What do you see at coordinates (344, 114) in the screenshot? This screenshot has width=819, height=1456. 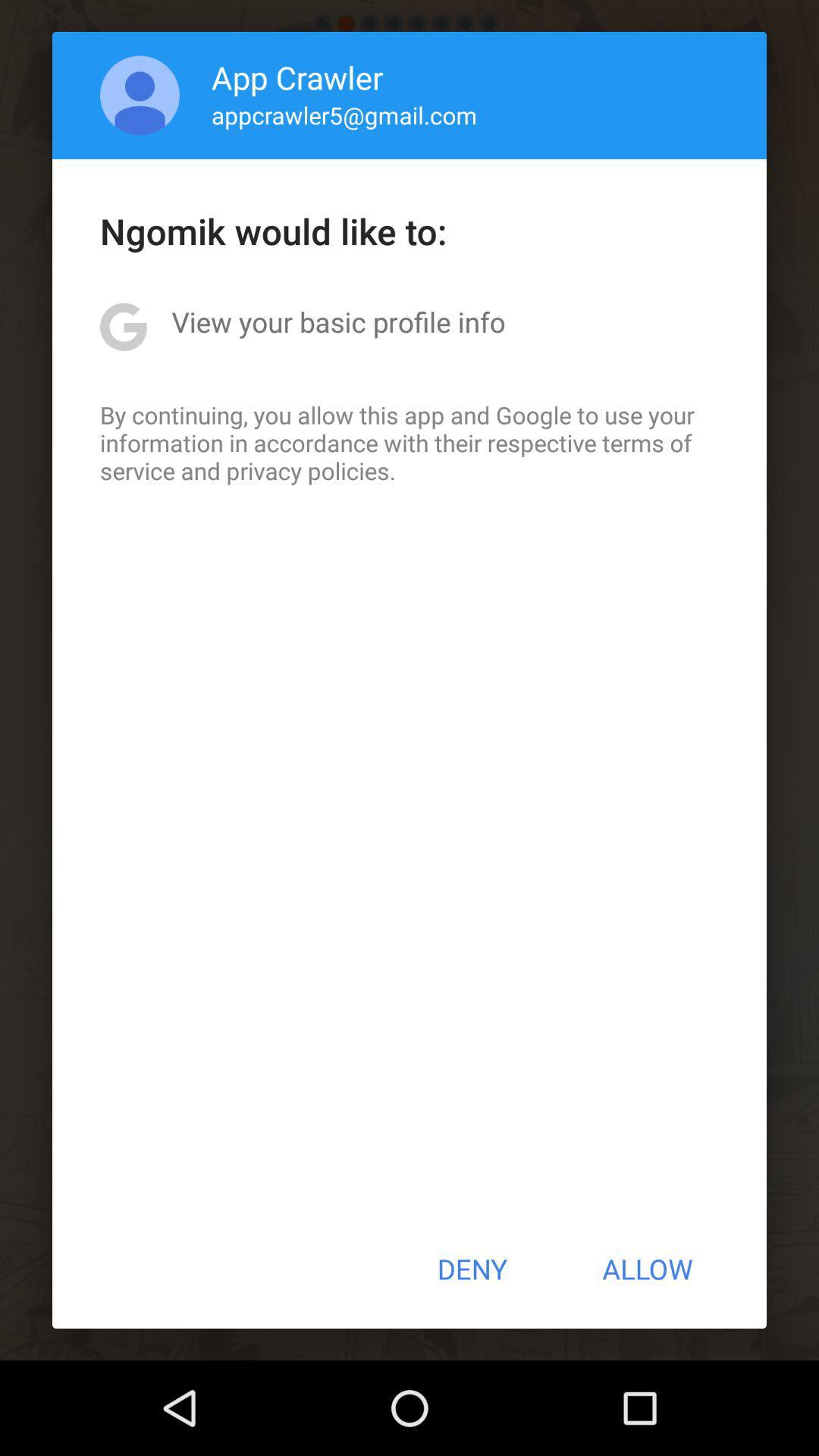 I see `the app below app crawler item` at bounding box center [344, 114].